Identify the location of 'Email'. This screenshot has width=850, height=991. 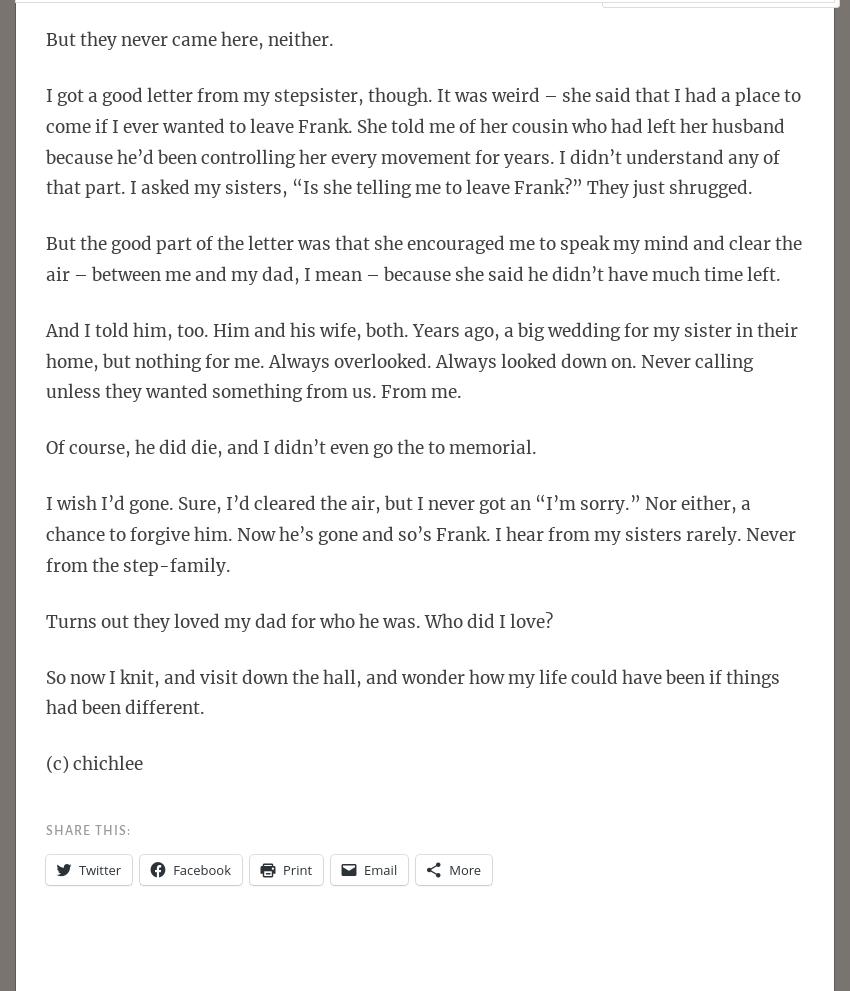
(379, 869).